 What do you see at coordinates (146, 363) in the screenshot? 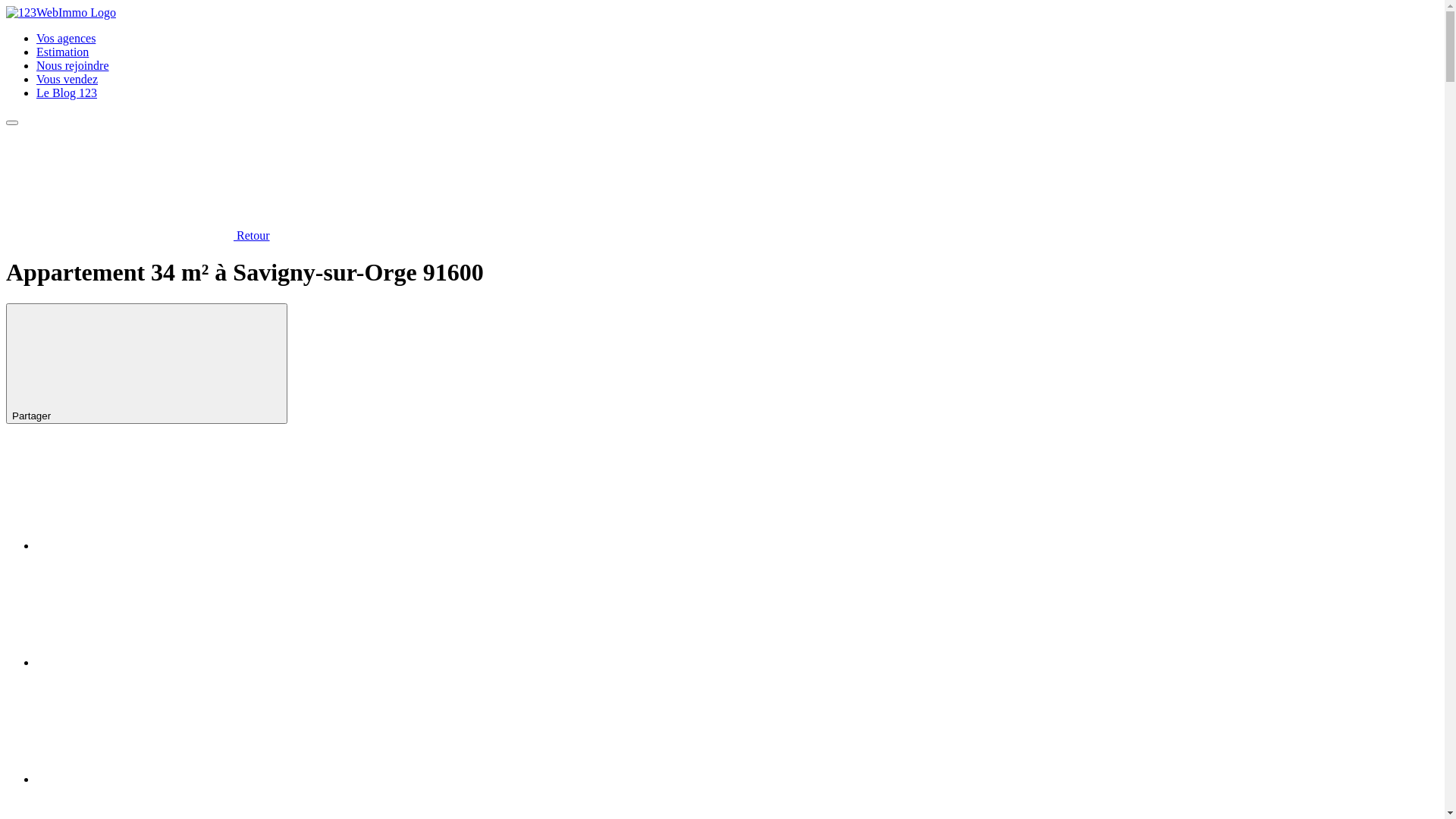
I see `'Partager'` at bounding box center [146, 363].